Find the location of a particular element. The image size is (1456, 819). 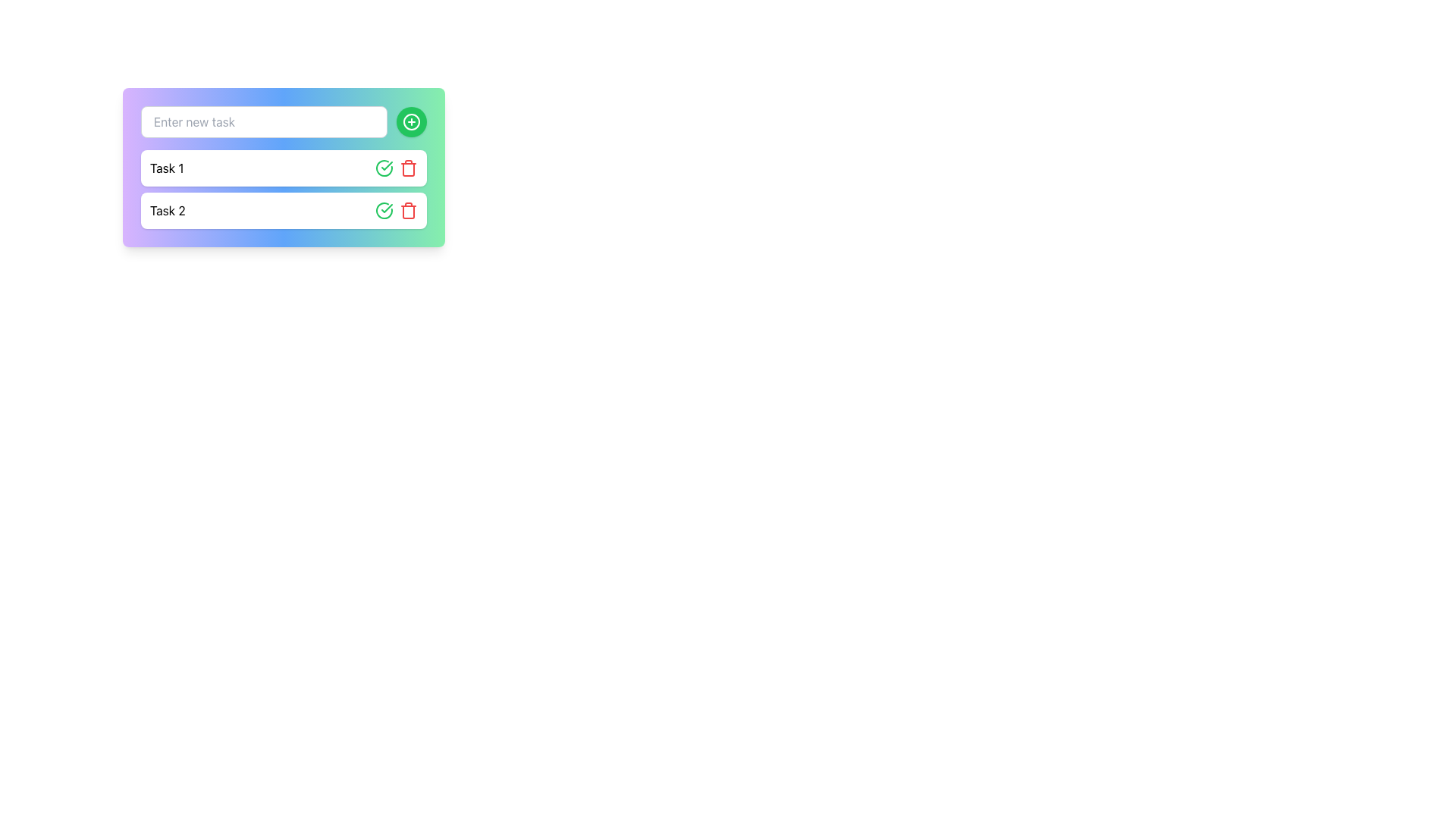

the circular green button with a white plus sign is located at coordinates (411, 121).